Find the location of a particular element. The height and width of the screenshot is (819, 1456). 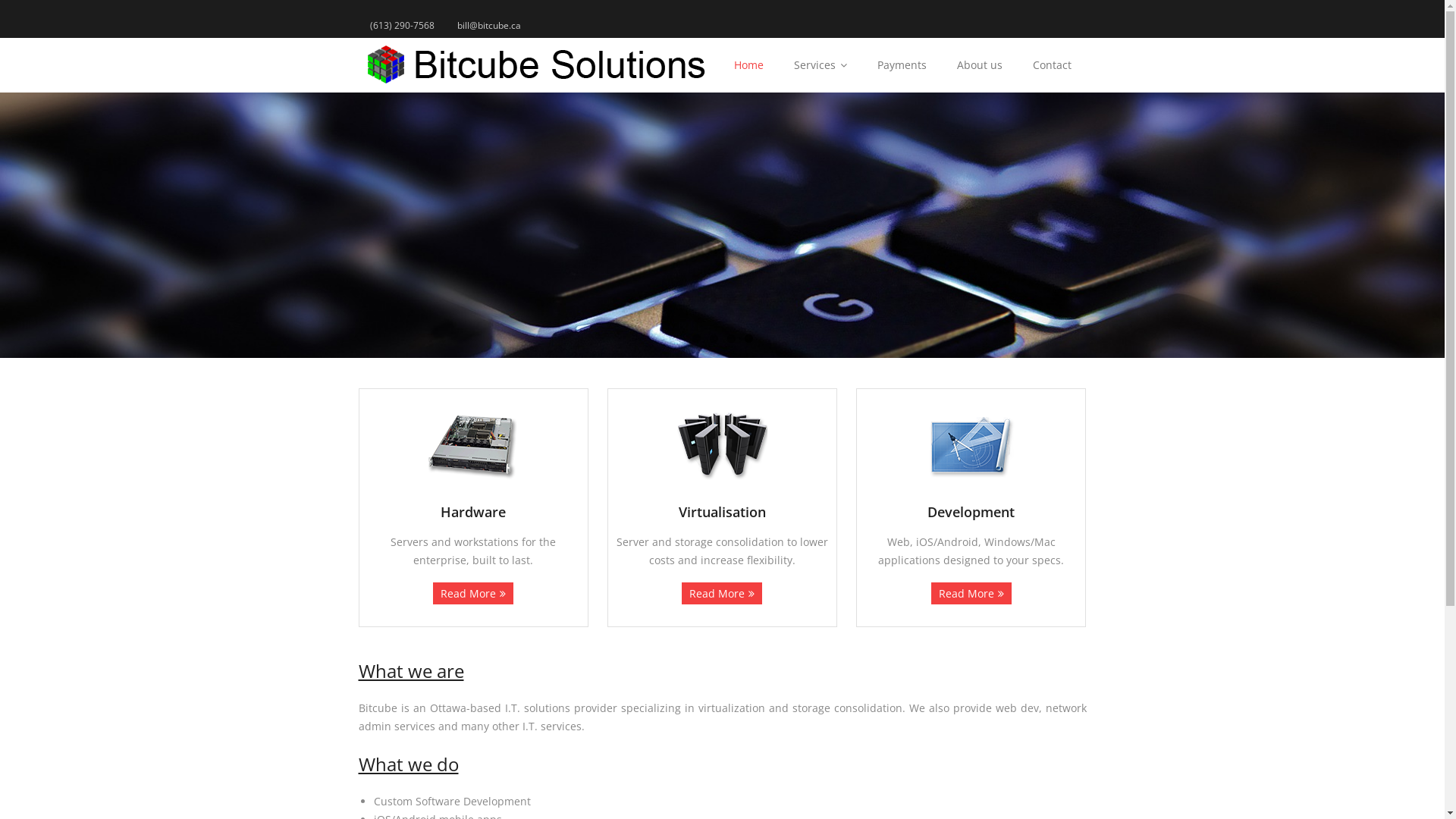

'(613) 290-7568' is located at coordinates (401, 25).